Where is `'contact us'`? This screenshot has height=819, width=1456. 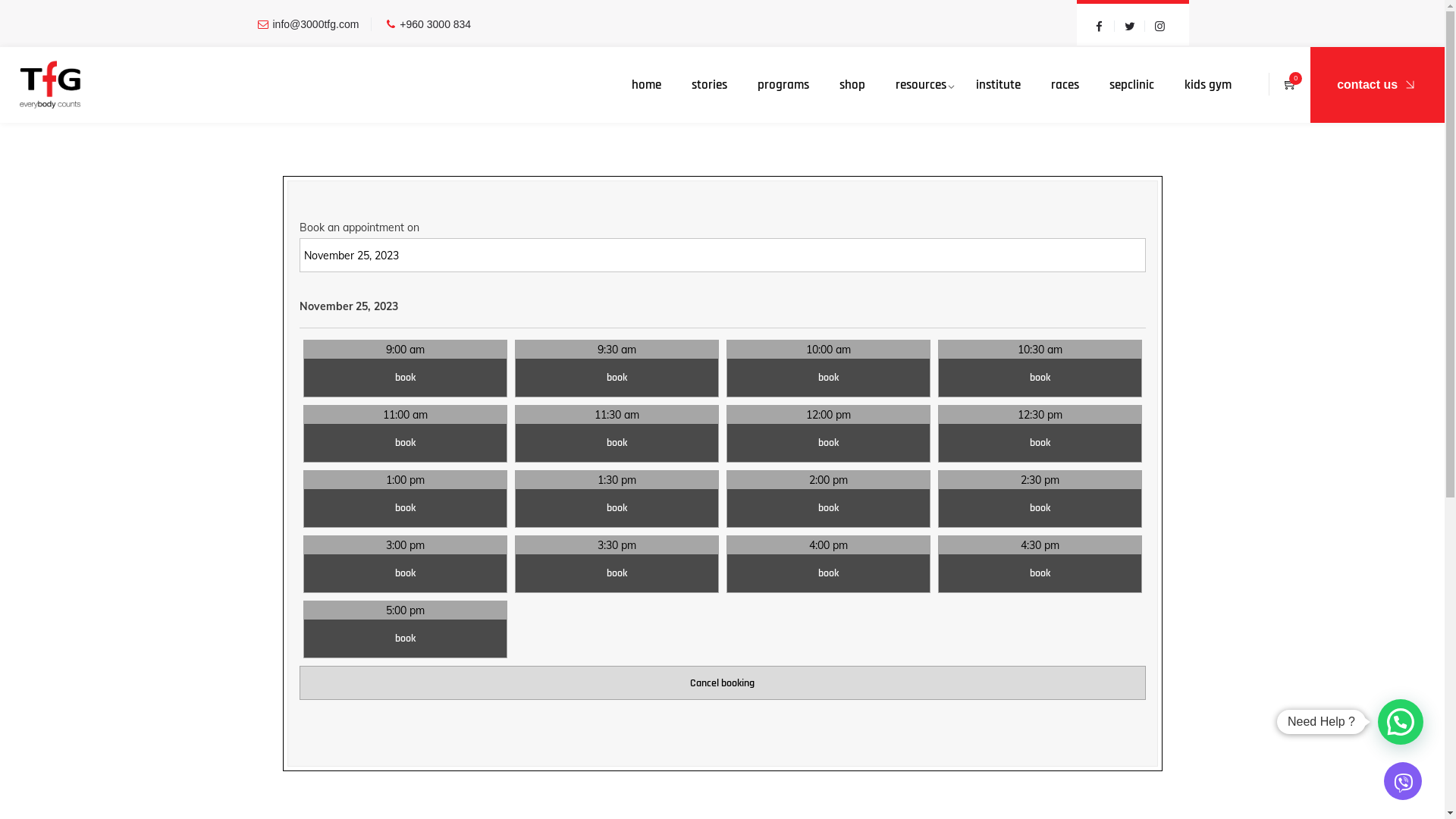
'contact us' is located at coordinates (1310, 84).